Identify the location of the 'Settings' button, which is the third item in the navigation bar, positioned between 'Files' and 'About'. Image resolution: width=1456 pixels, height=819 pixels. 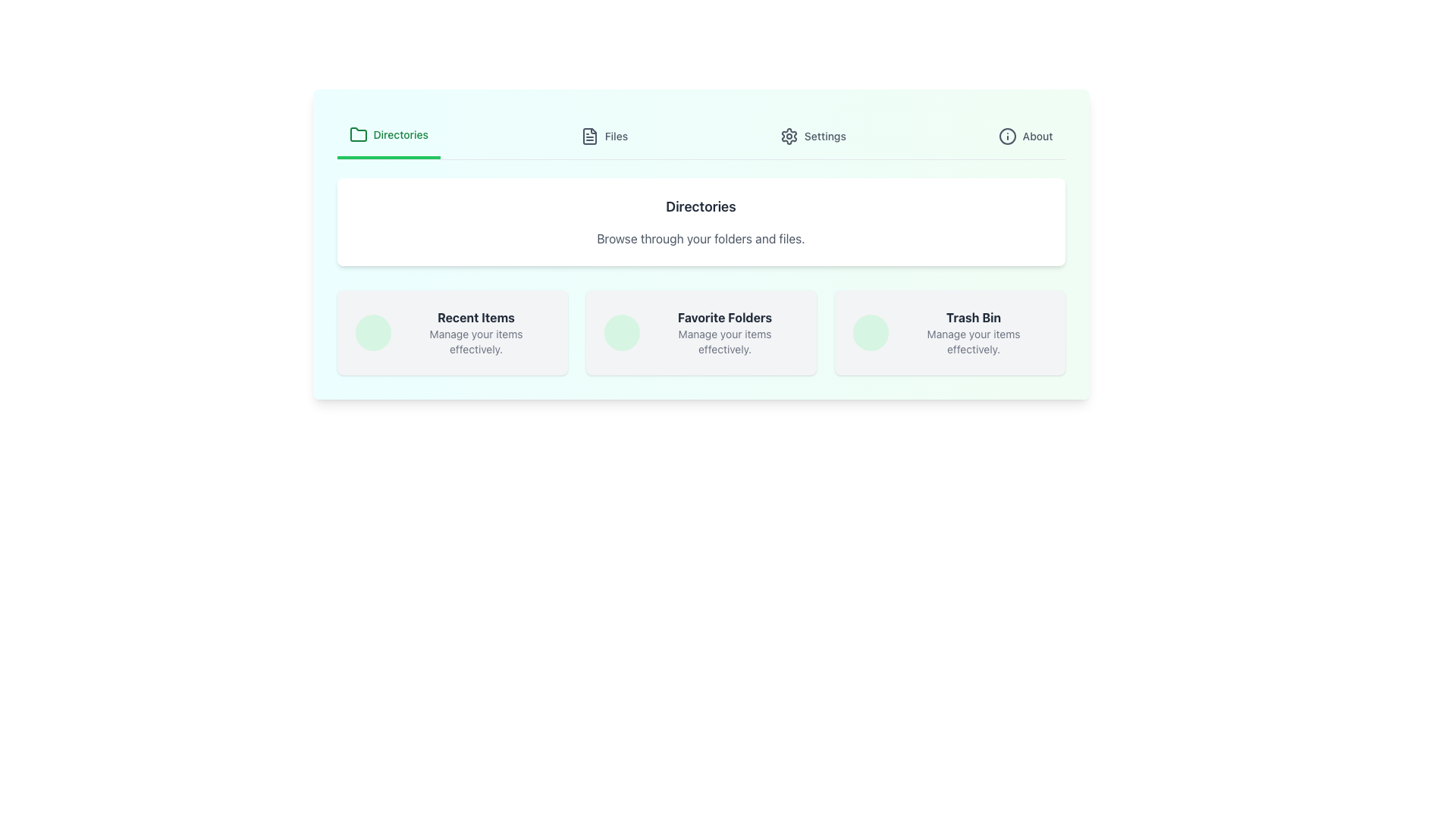
(812, 136).